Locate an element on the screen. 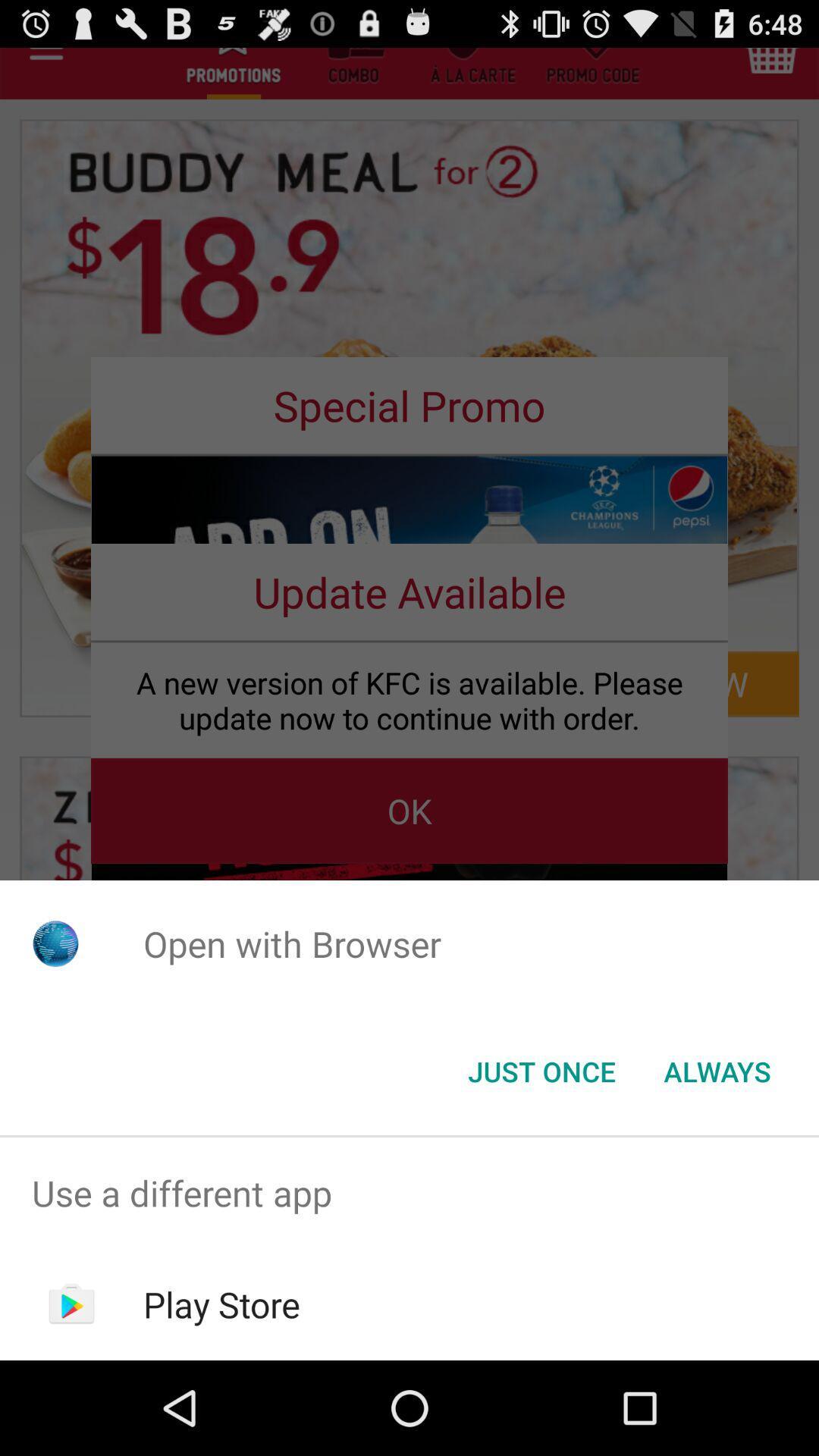  the play store item is located at coordinates (221, 1304).